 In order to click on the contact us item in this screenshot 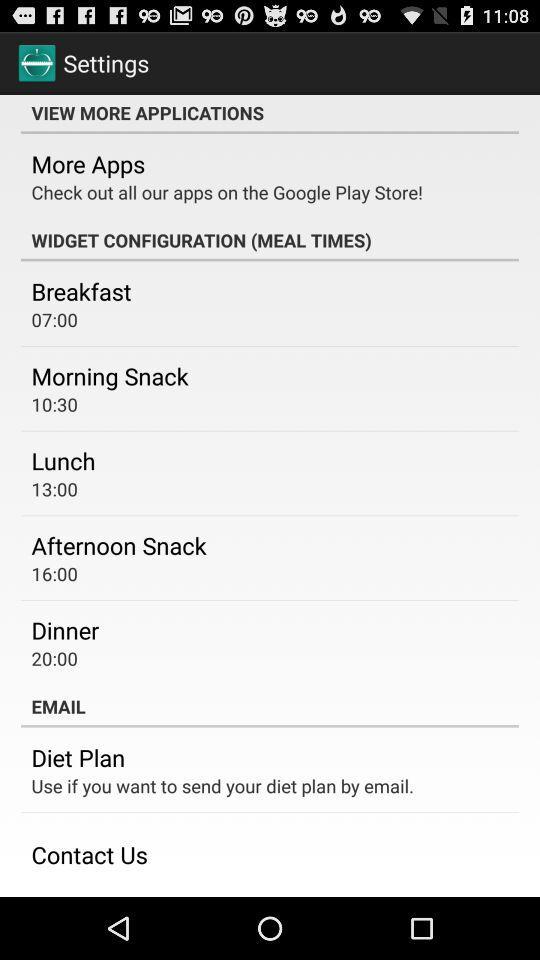, I will do `click(88, 853)`.